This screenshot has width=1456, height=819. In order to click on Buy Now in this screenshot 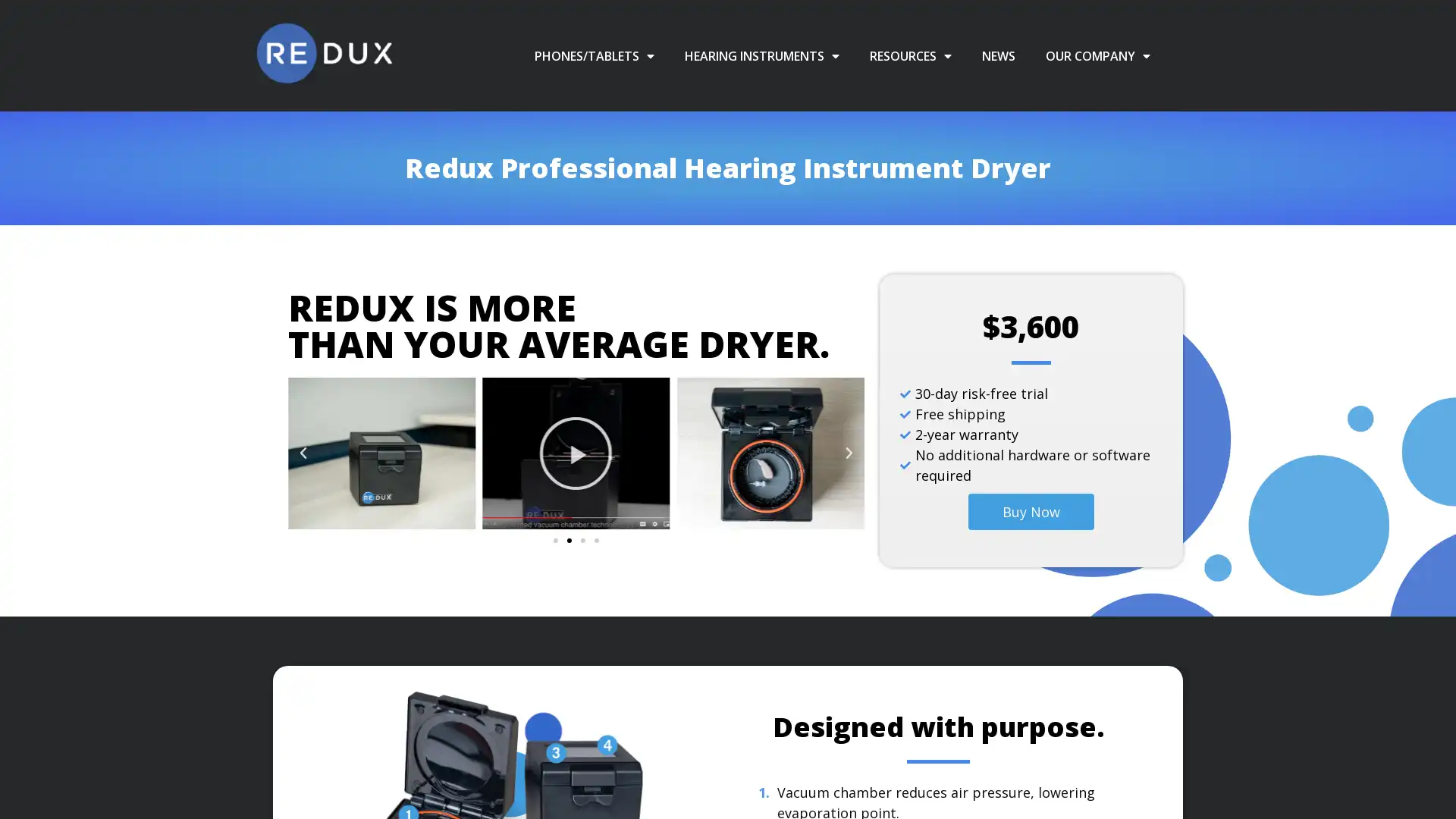, I will do `click(1030, 512)`.